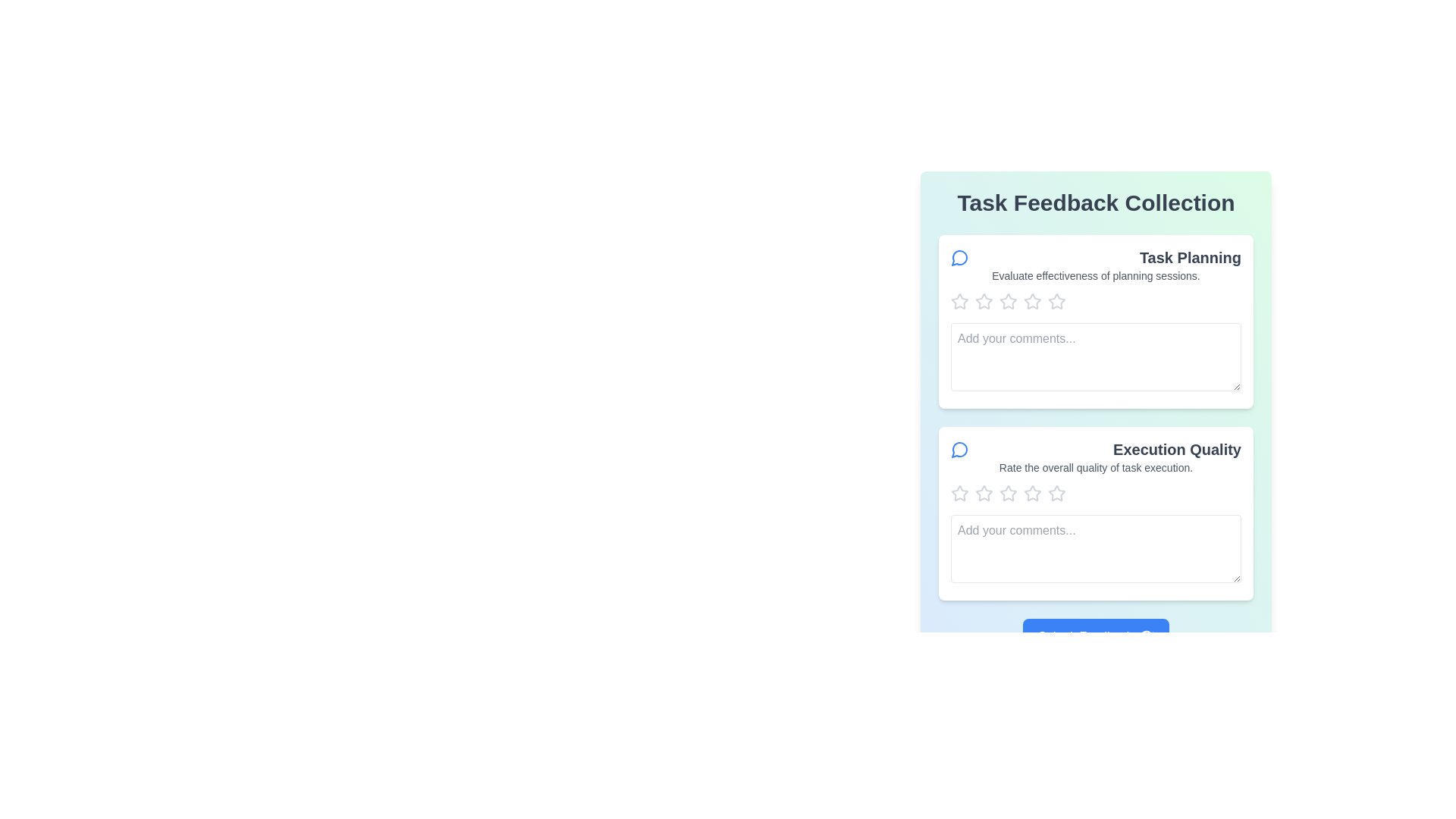 The width and height of the screenshot is (1456, 819). I want to click on the second star-shaped rating icon outlined in light gray within the 'Task Planning' section to receive feedback, so click(1032, 301).